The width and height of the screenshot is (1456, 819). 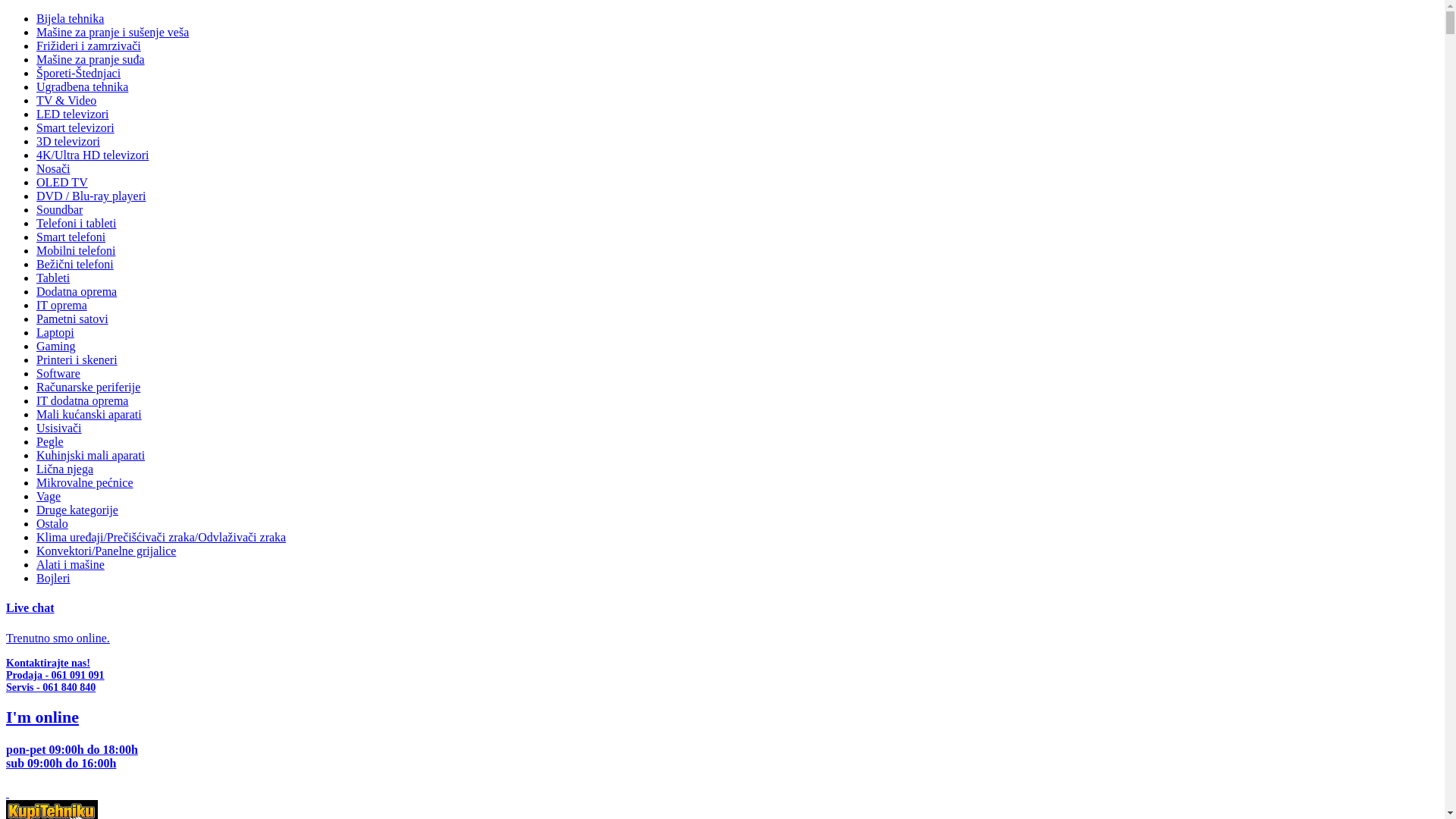 What do you see at coordinates (61, 181) in the screenshot?
I see `'OLED TV'` at bounding box center [61, 181].